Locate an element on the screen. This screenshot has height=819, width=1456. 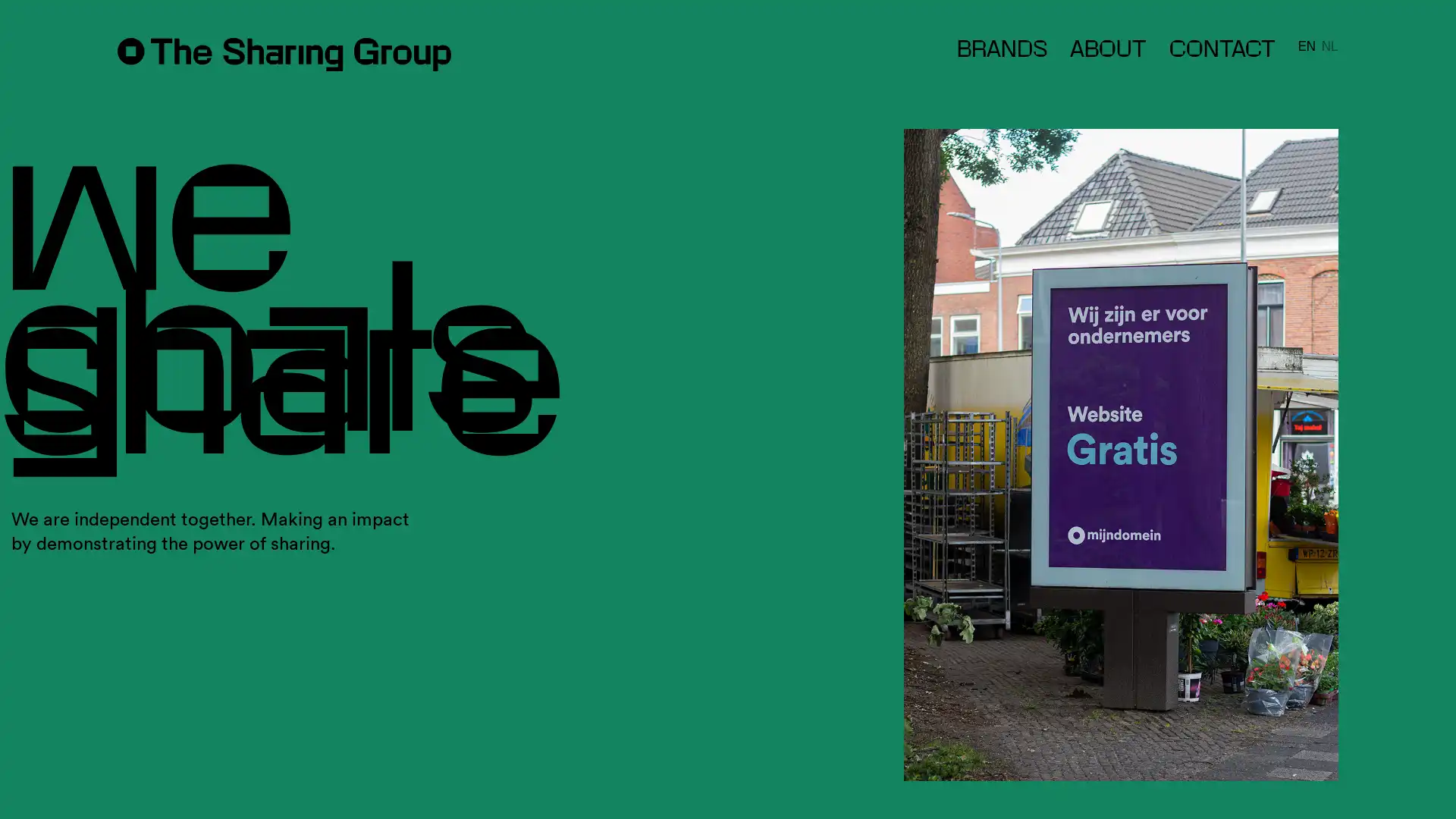
Subscribe is located at coordinates (1251, 617).